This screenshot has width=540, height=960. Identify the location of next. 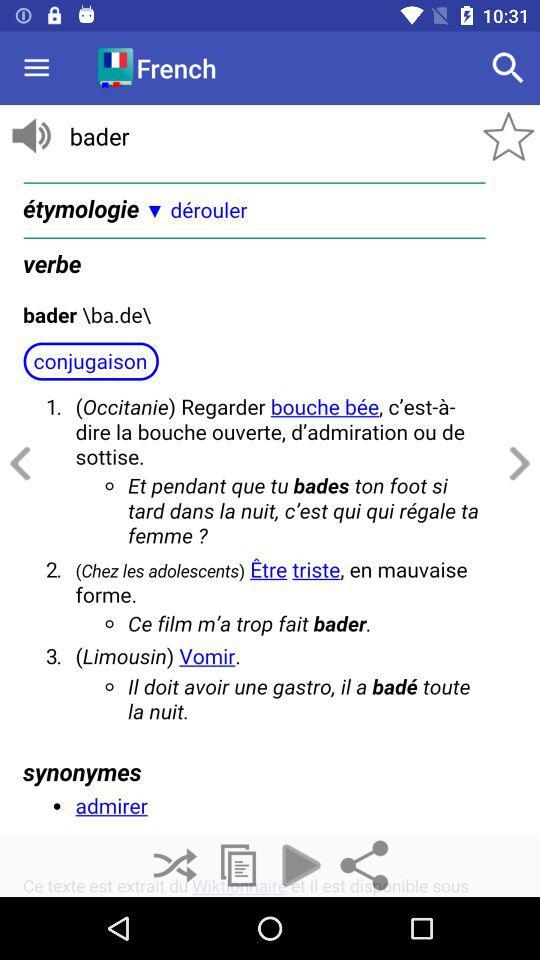
(516, 464).